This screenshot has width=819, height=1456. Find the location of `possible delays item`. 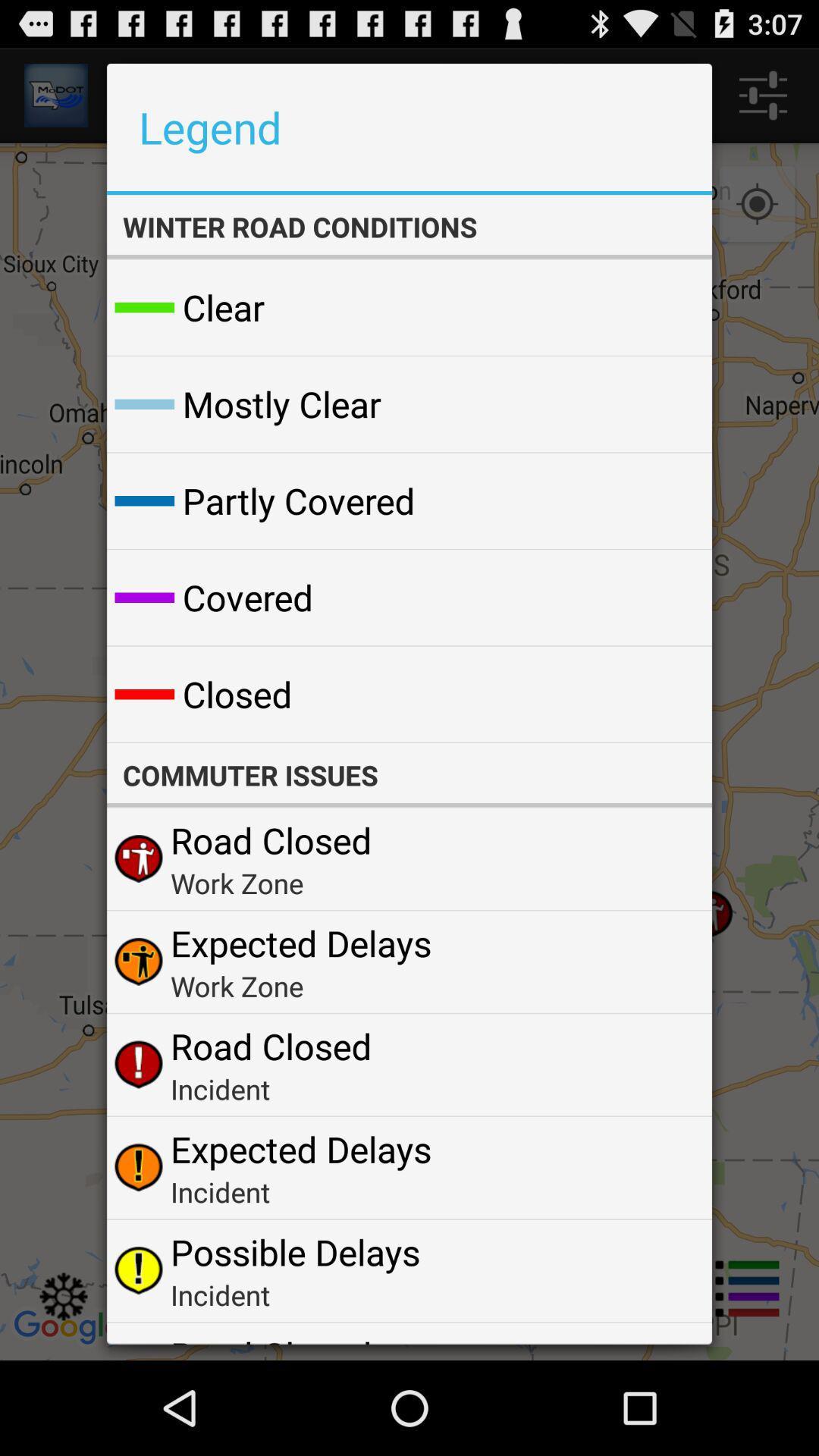

possible delays item is located at coordinates (295, 1252).